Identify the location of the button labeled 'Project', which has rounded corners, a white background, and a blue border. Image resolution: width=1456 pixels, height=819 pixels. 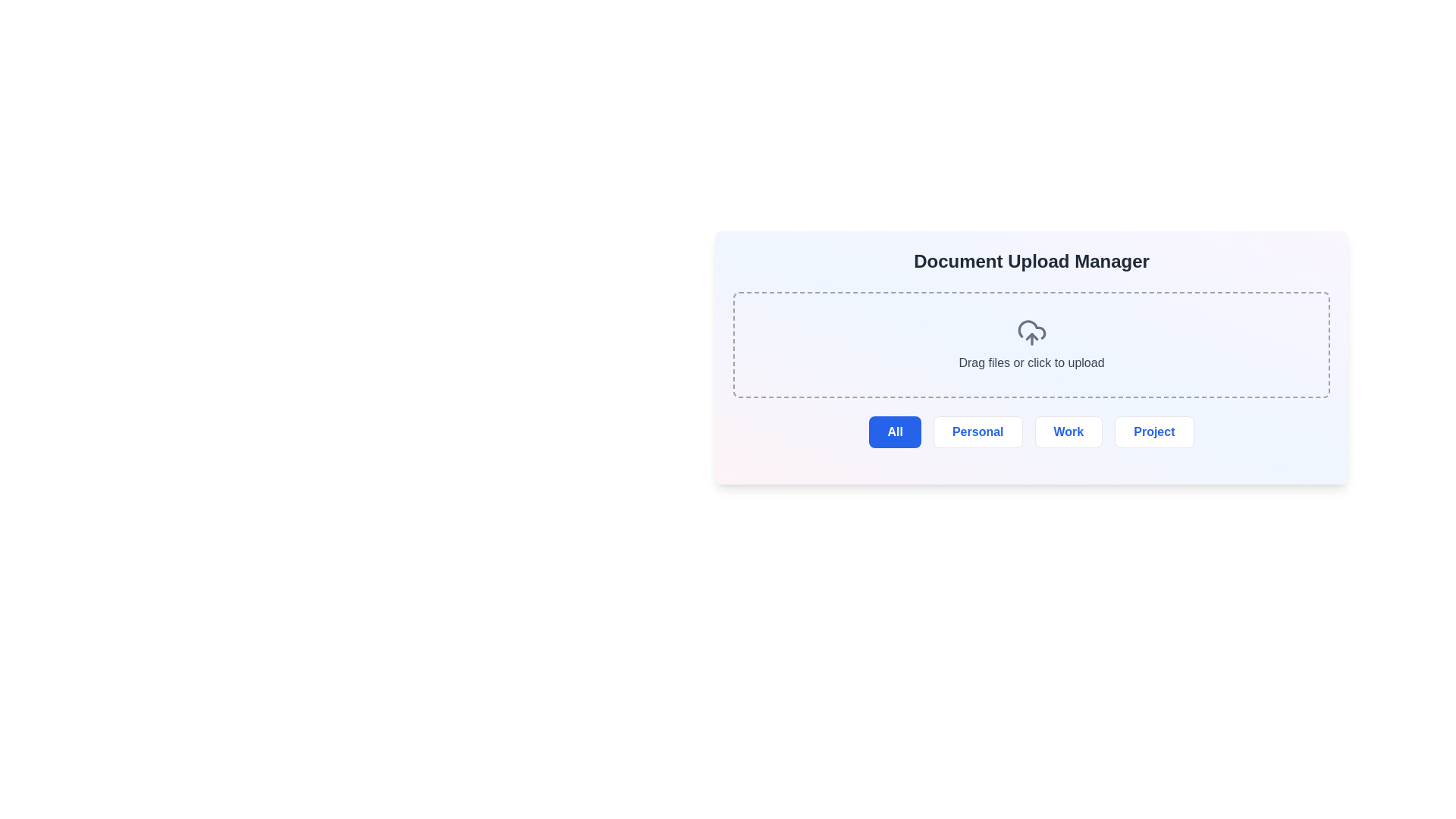
(1153, 432).